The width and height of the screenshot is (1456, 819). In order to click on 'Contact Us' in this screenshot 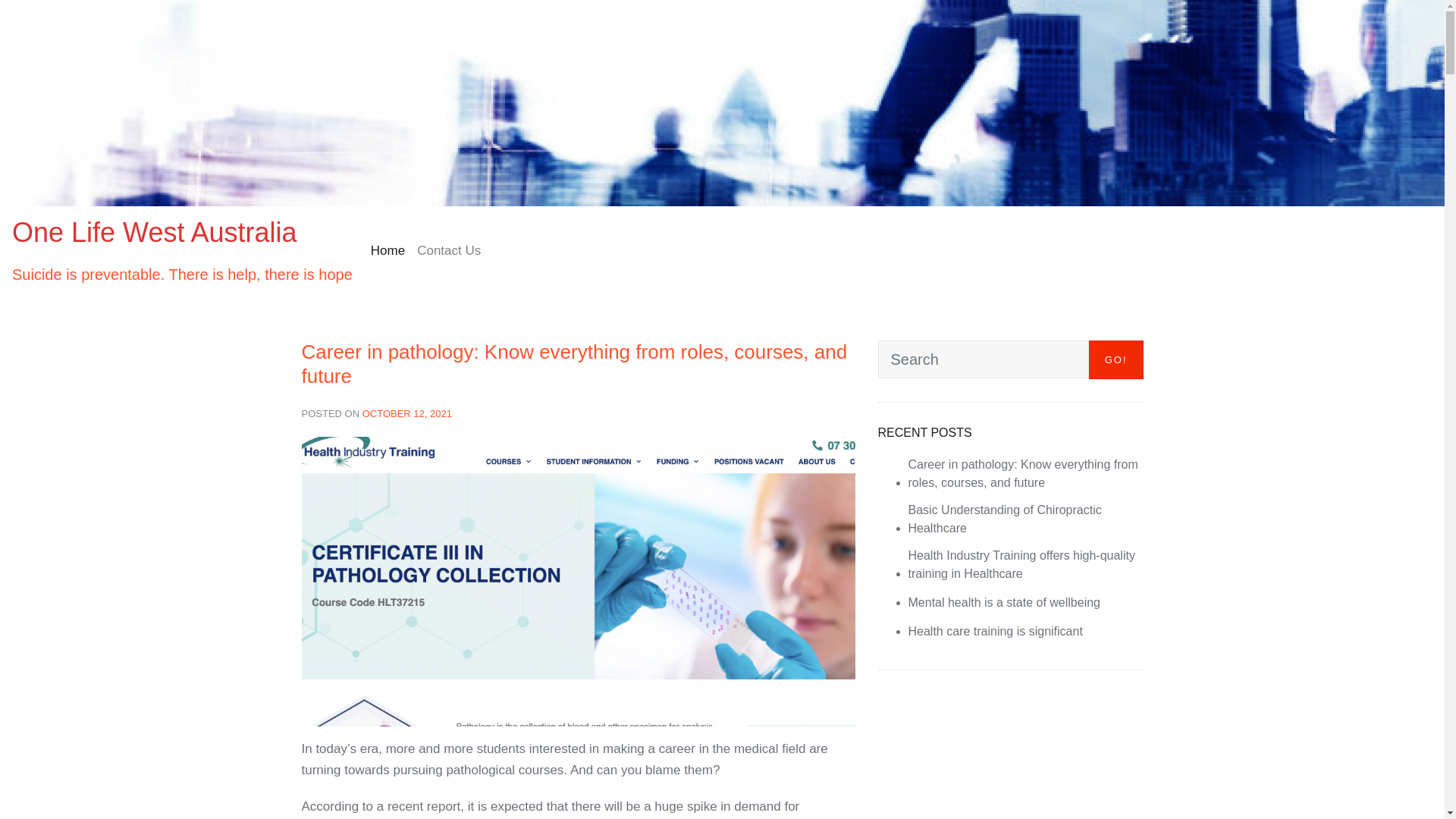, I will do `click(447, 250)`.